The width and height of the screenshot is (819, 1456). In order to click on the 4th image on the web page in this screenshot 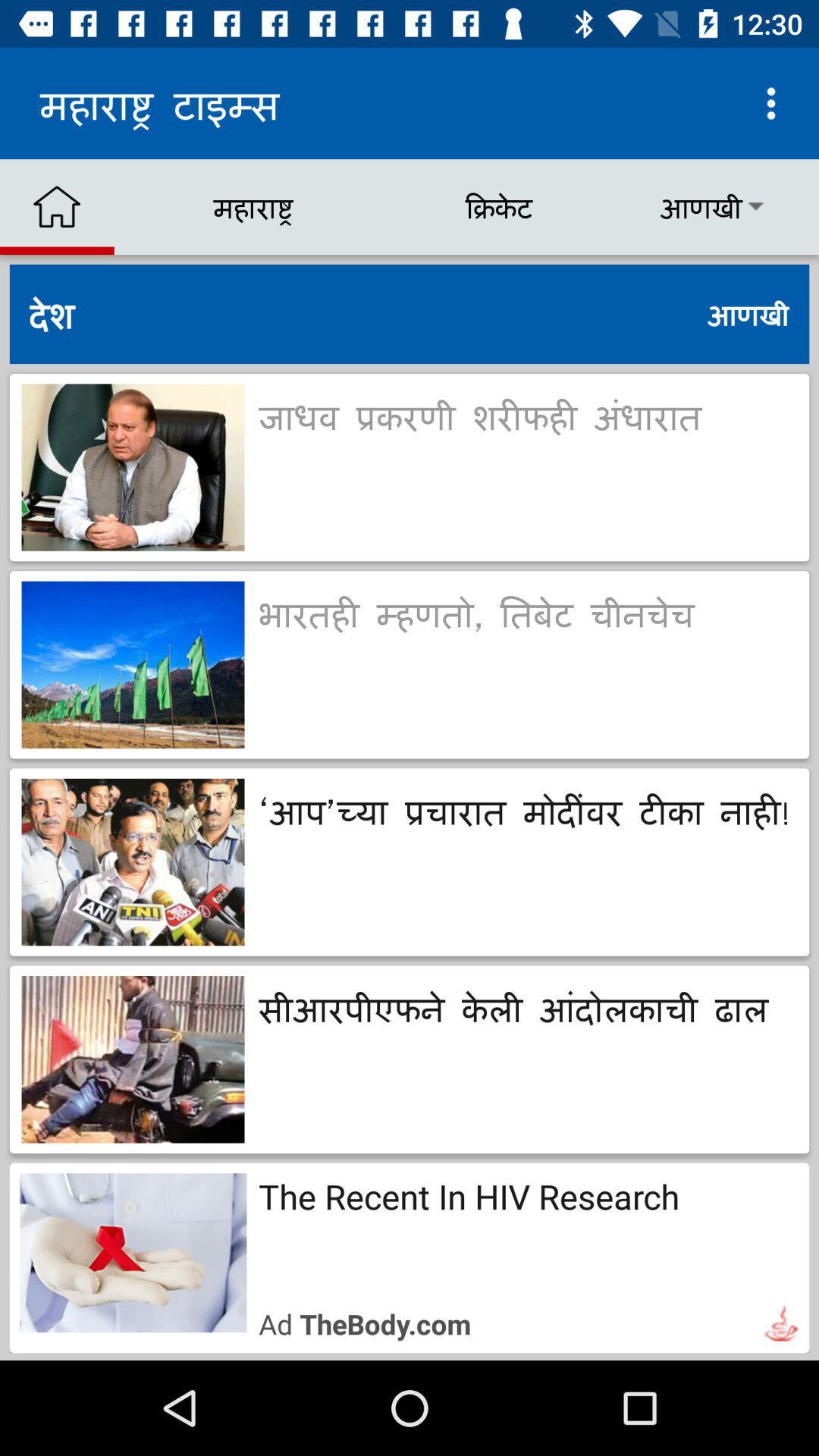, I will do `click(133, 1059)`.